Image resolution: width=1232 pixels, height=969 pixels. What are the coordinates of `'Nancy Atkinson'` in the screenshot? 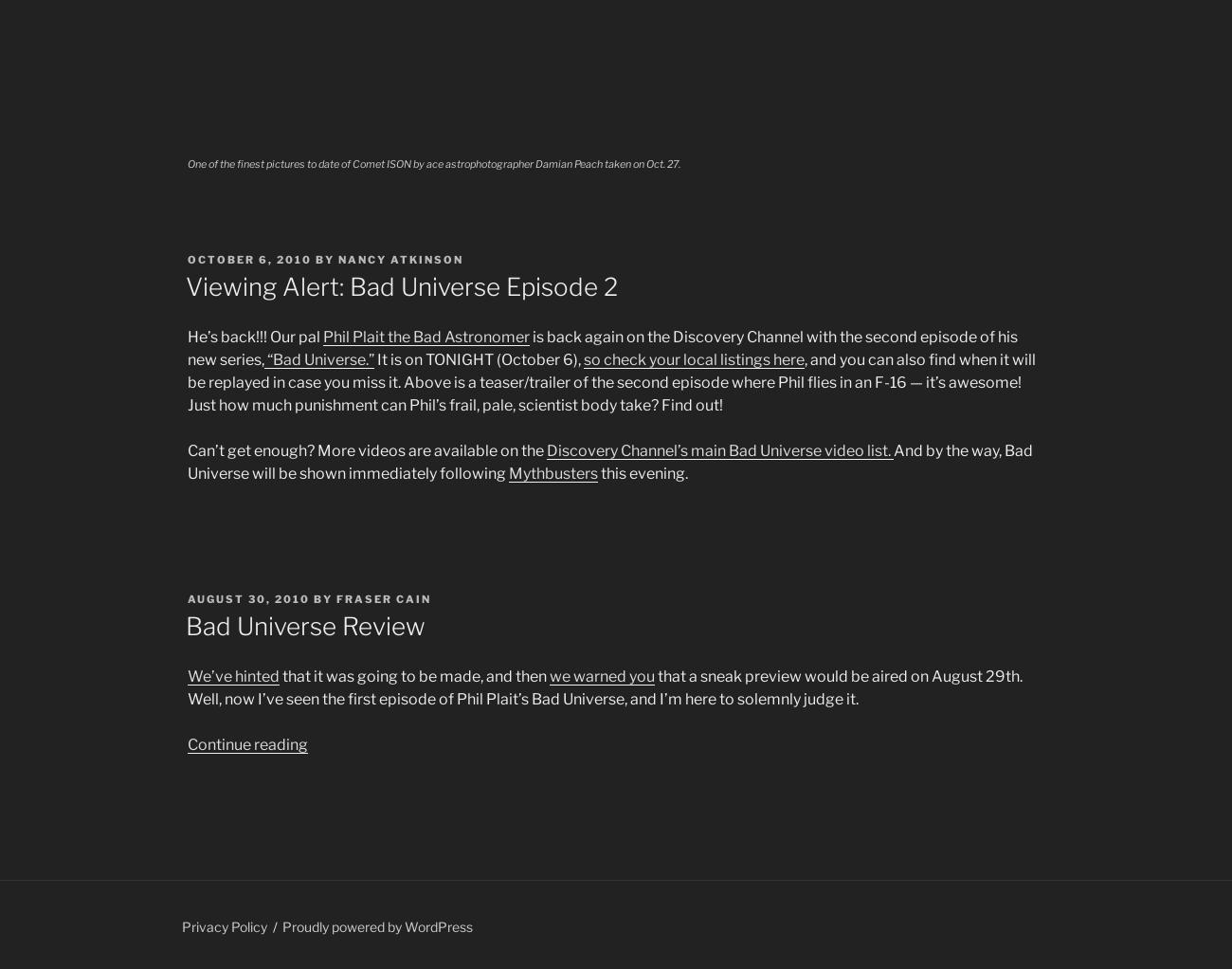 It's located at (401, 258).